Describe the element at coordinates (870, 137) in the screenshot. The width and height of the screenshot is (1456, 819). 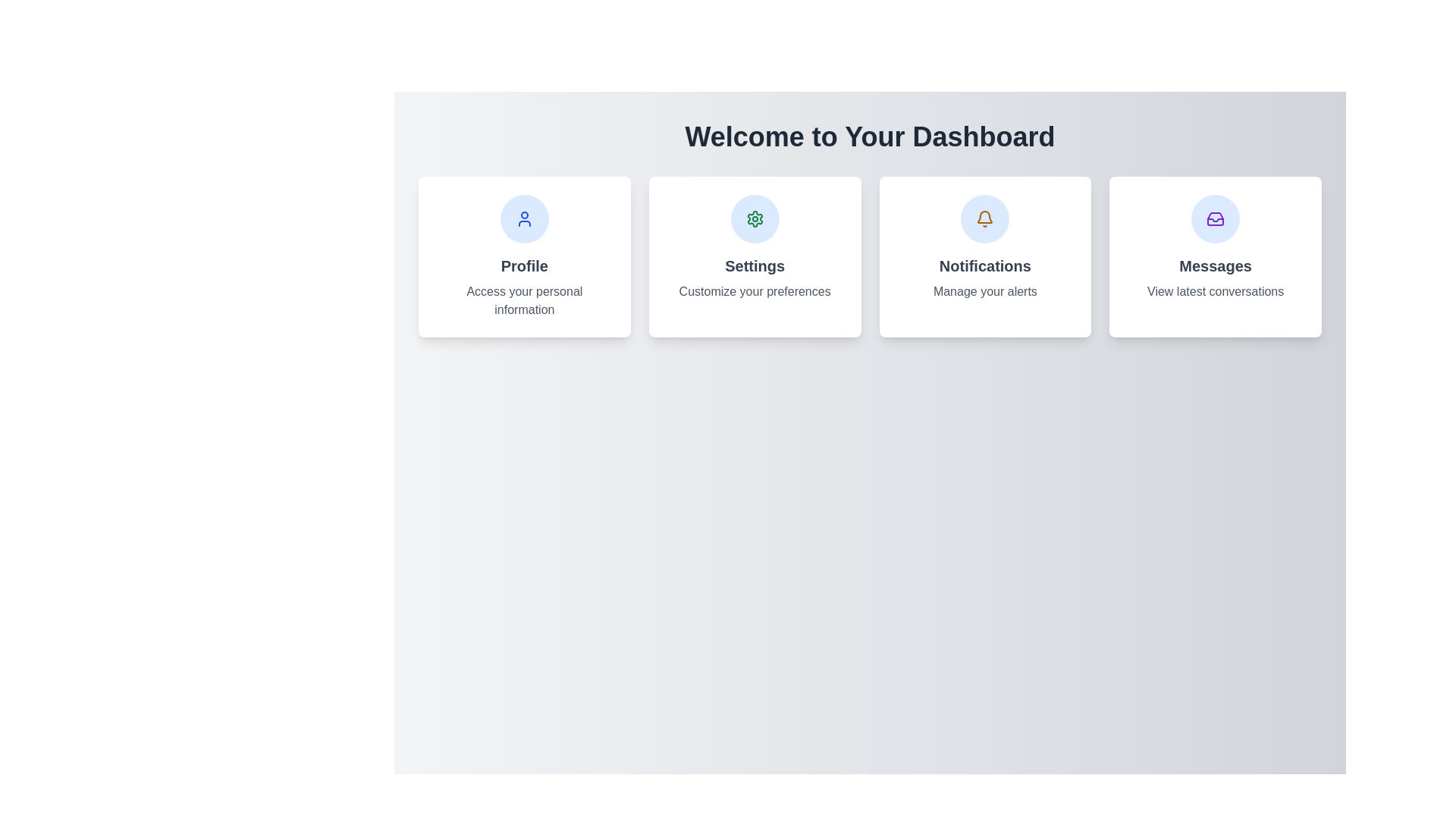
I see `the title text element located at the top of the dashboard interface, which serves as a welcoming header for the user` at that location.